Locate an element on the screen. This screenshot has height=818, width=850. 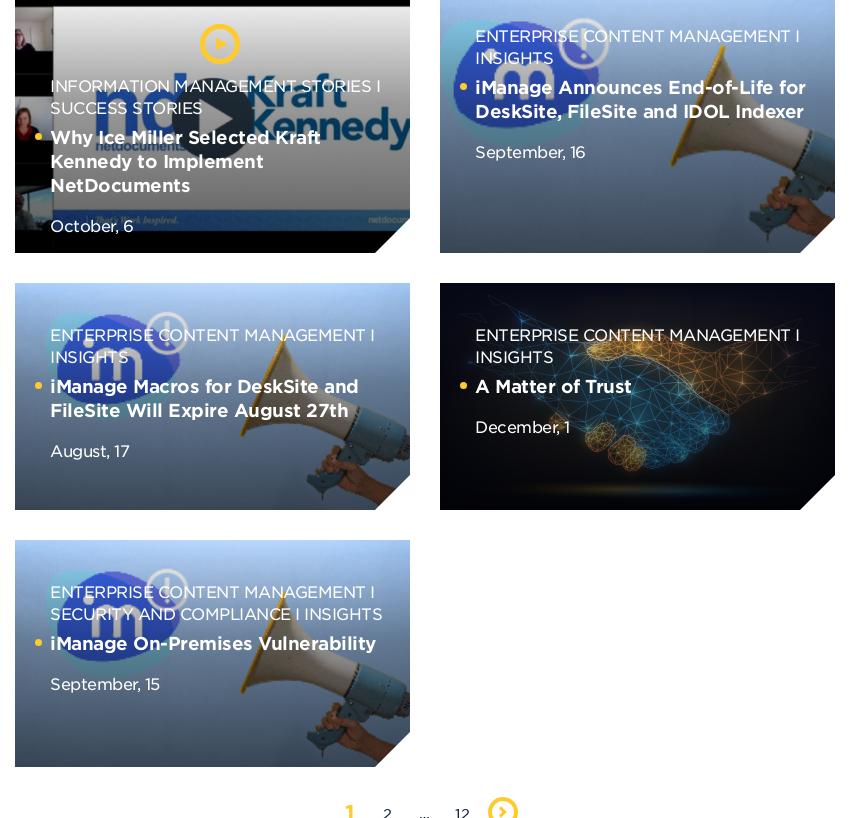
'September, 15' is located at coordinates (103, 682).